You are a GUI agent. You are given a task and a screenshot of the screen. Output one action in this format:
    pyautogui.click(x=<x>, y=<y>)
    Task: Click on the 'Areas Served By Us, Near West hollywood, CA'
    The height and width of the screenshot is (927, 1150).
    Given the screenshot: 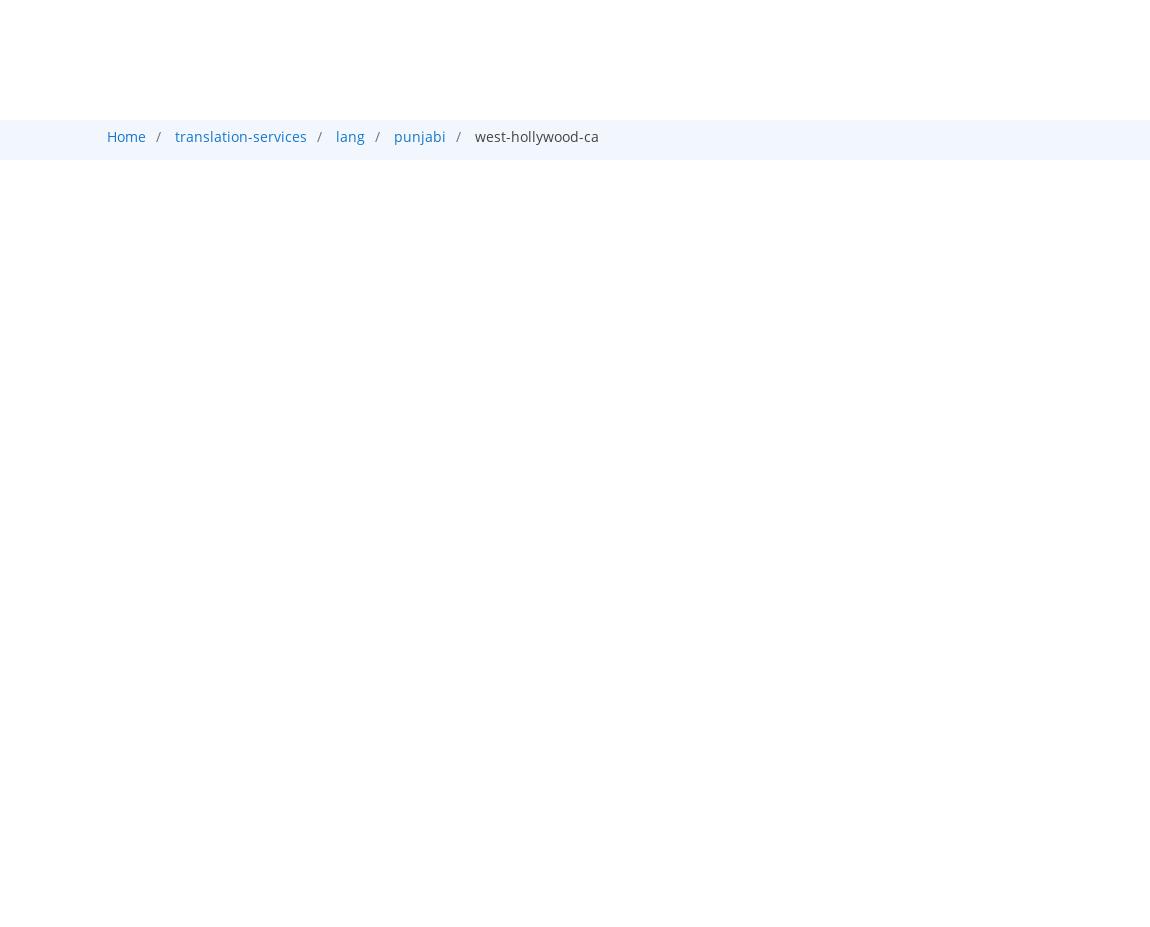 What is the action you would take?
    pyautogui.click(x=430, y=384)
    